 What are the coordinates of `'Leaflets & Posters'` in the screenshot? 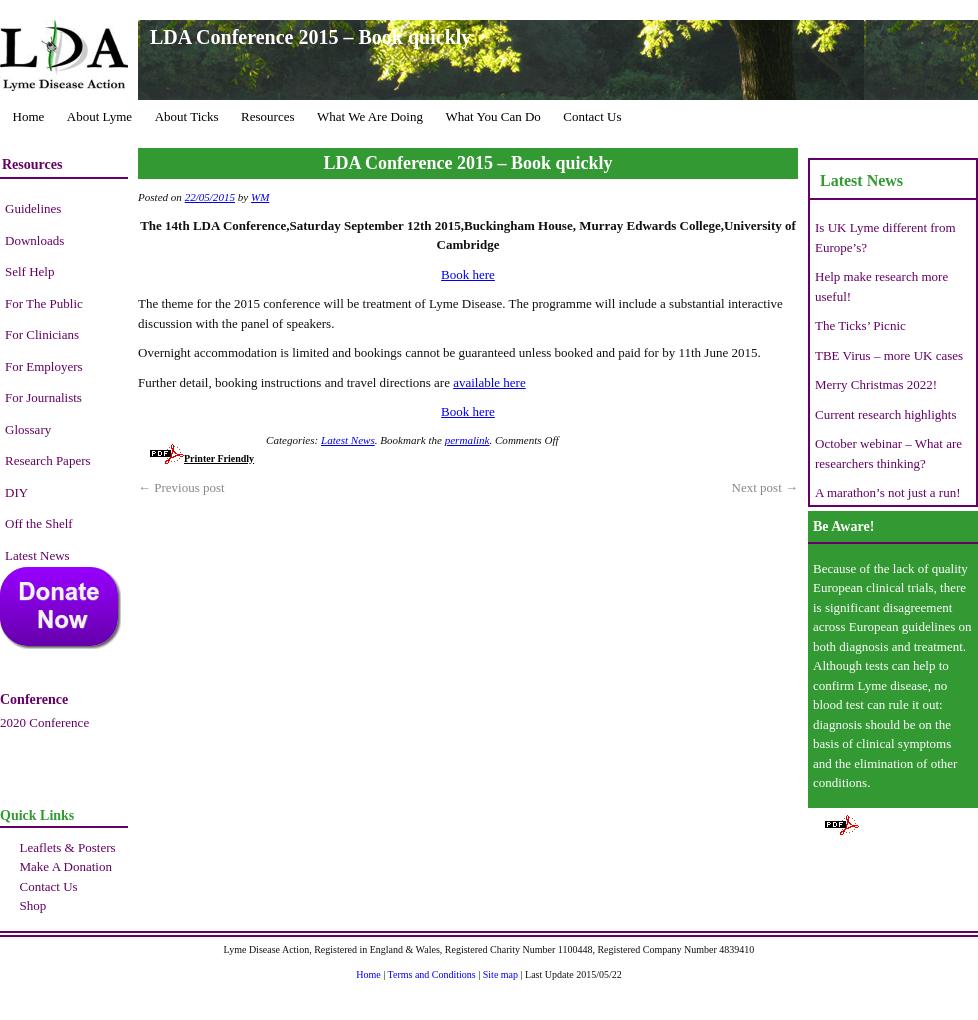 It's located at (66, 846).